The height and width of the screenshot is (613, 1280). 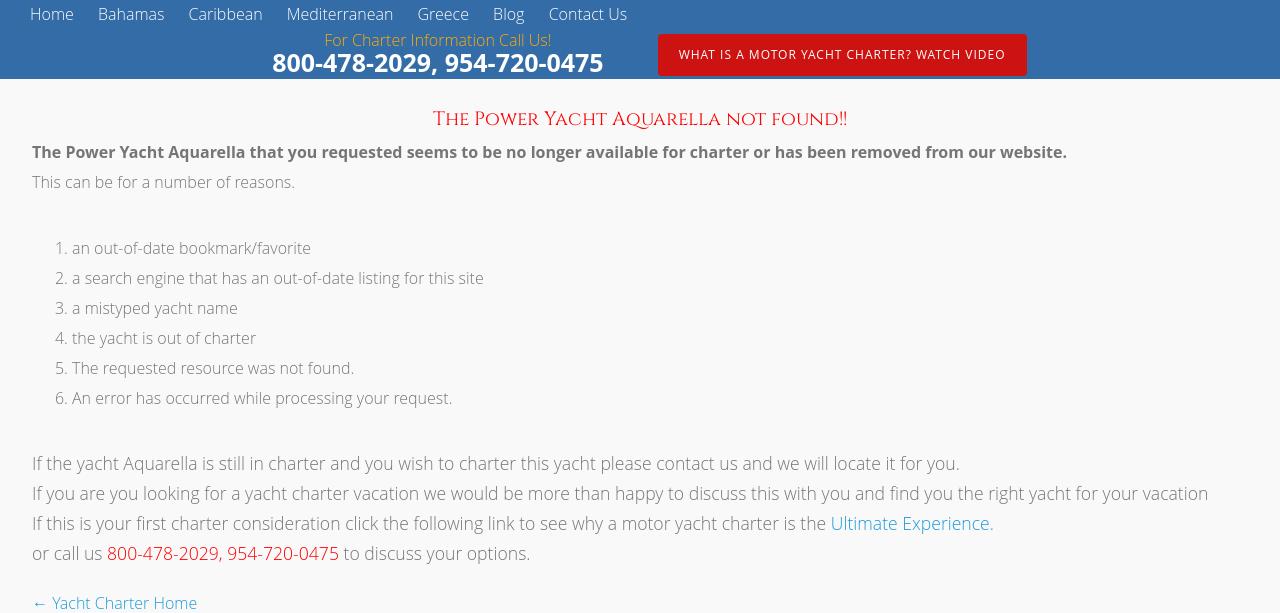 I want to click on 'a mistyped yacht name', so click(x=72, y=306).